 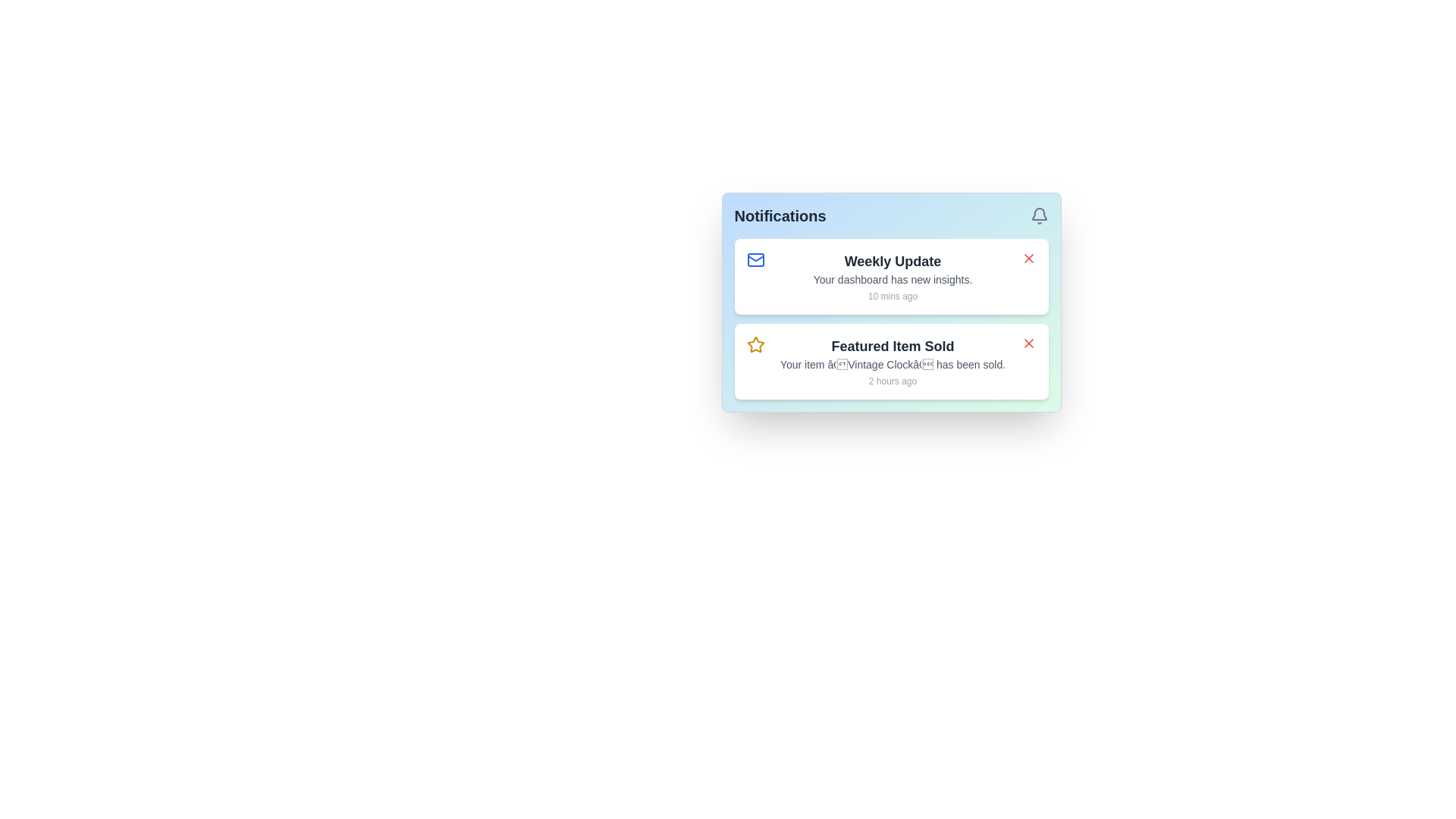 What do you see at coordinates (1038, 216) in the screenshot?
I see `the notification icon located in the upper-right corner of the 'Notifications' panel, next to the 'Notifications' text header` at bounding box center [1038, 216].